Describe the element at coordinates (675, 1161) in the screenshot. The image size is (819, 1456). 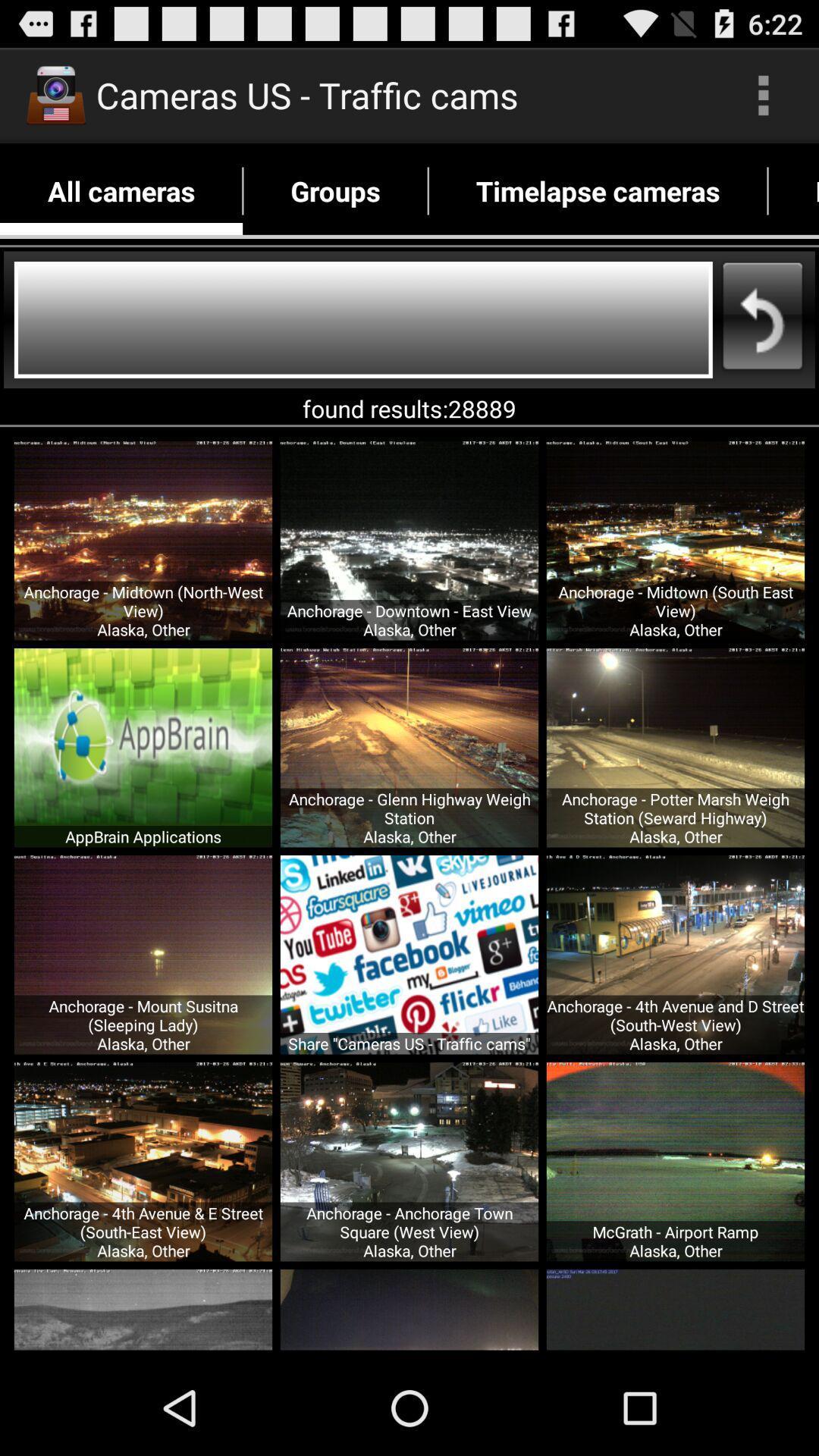
I see `the fourth image in third row from left` at that location.